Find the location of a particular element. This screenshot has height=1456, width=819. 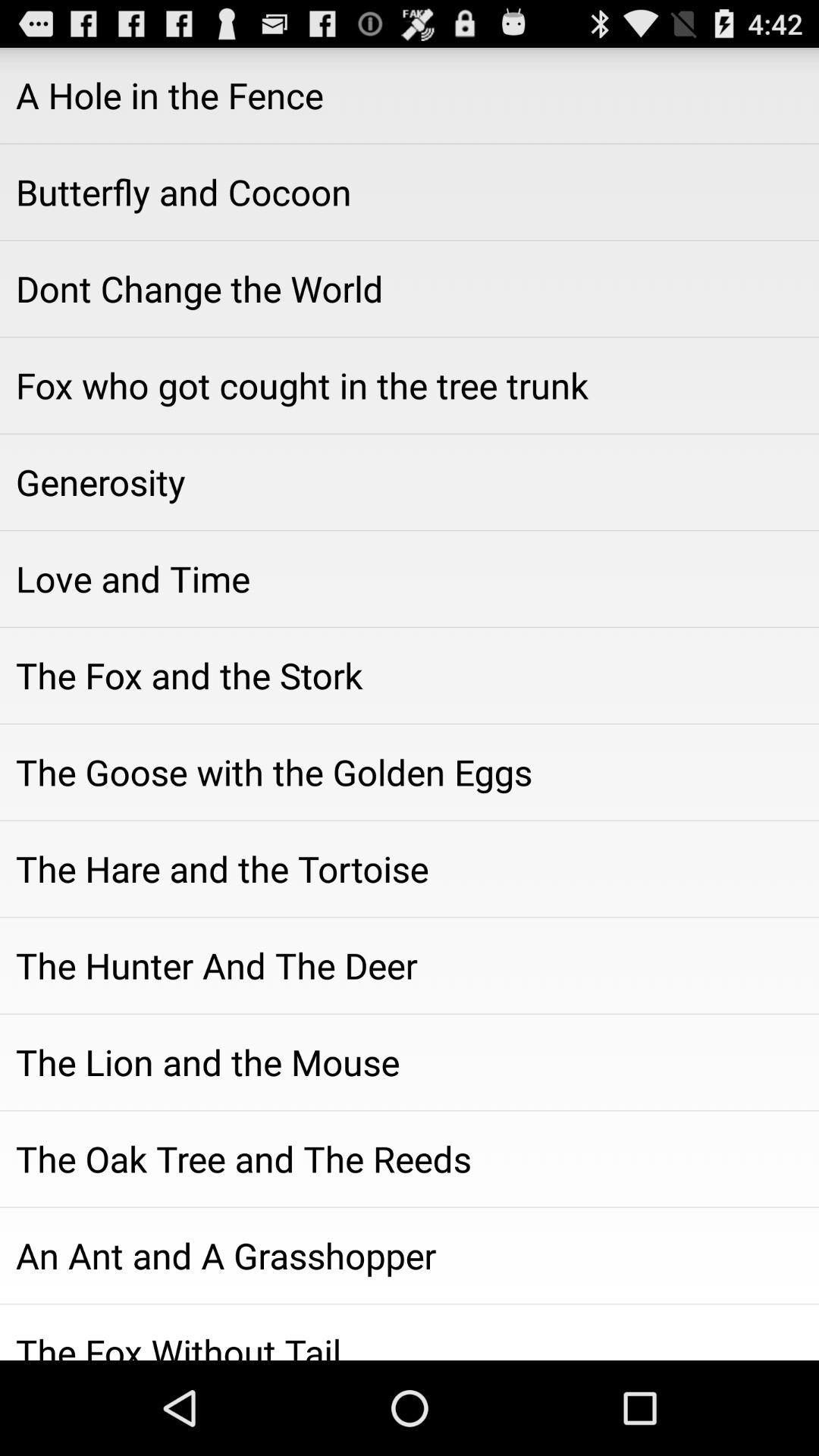

an ant and icon is located at coordinates (409, 1256).